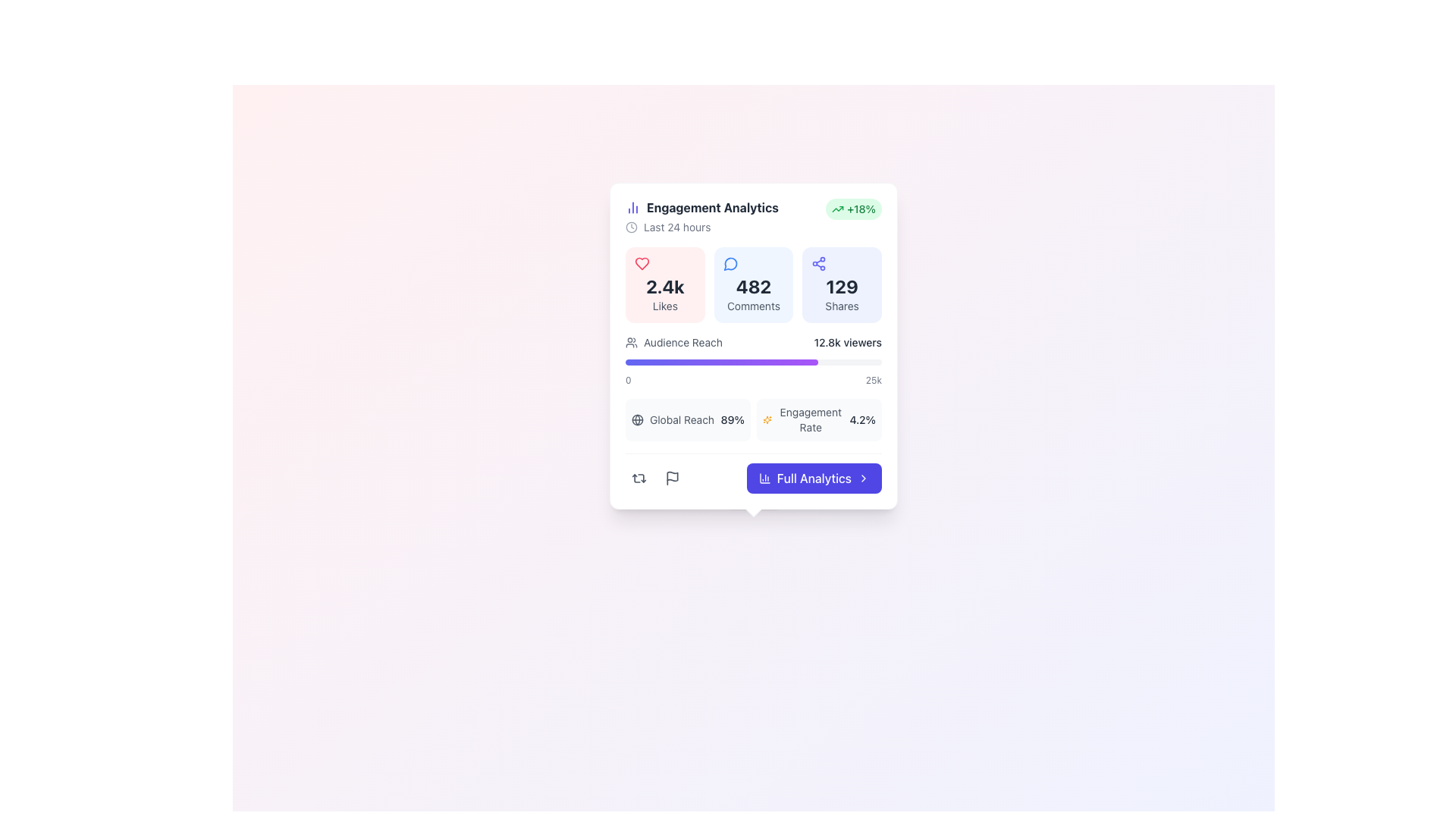 The height and width of the screenshot is (819, 1456). Describe the element at coordinates (753, 362) in the screenshot. I see `the visual progression level of the Progress Bar located centrally beneath the text '12.8k viewers' and above the labels '0' and '25k'` at that location.